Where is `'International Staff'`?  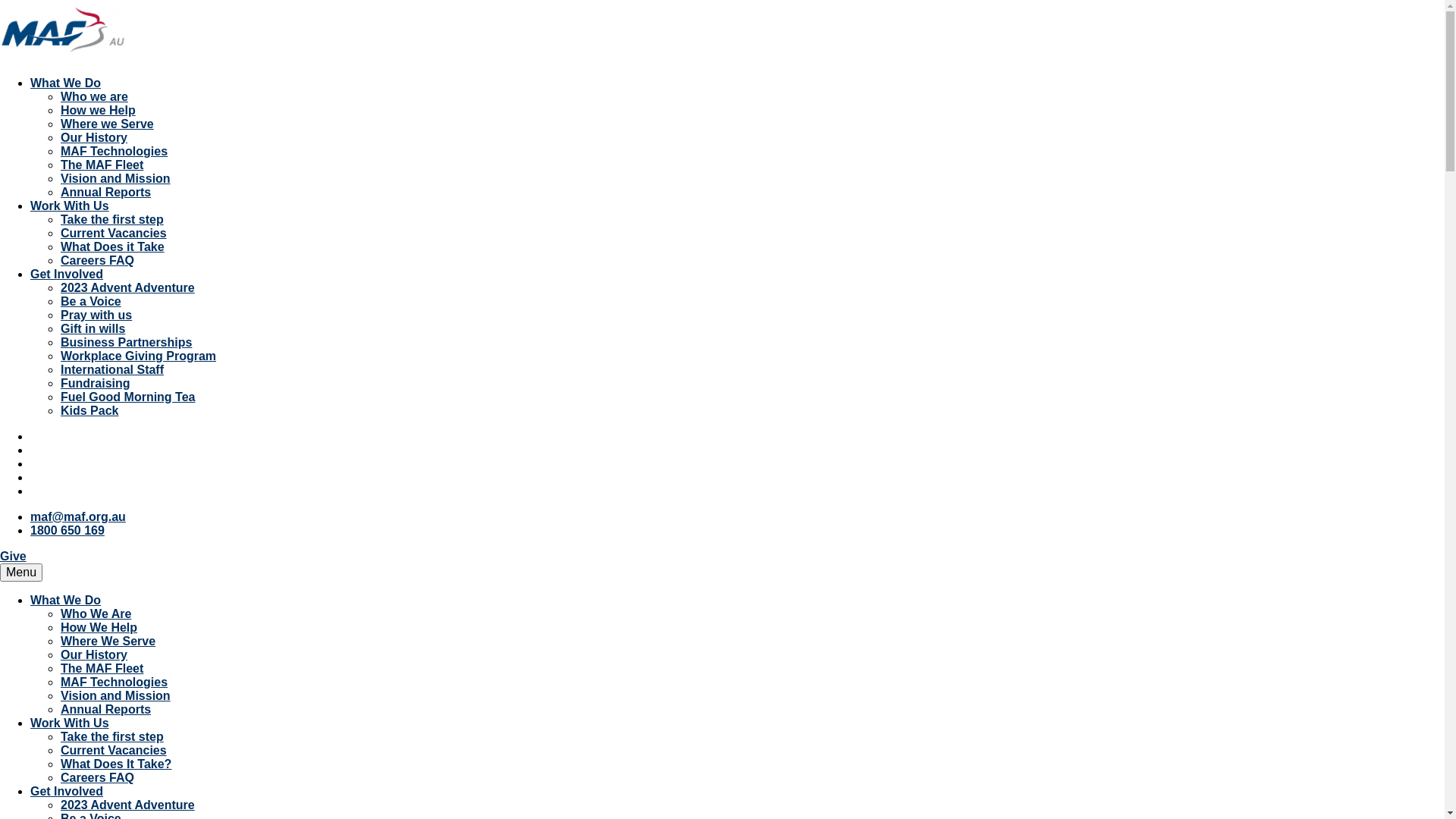
'International Staff' is located at coordinates (111, 369).